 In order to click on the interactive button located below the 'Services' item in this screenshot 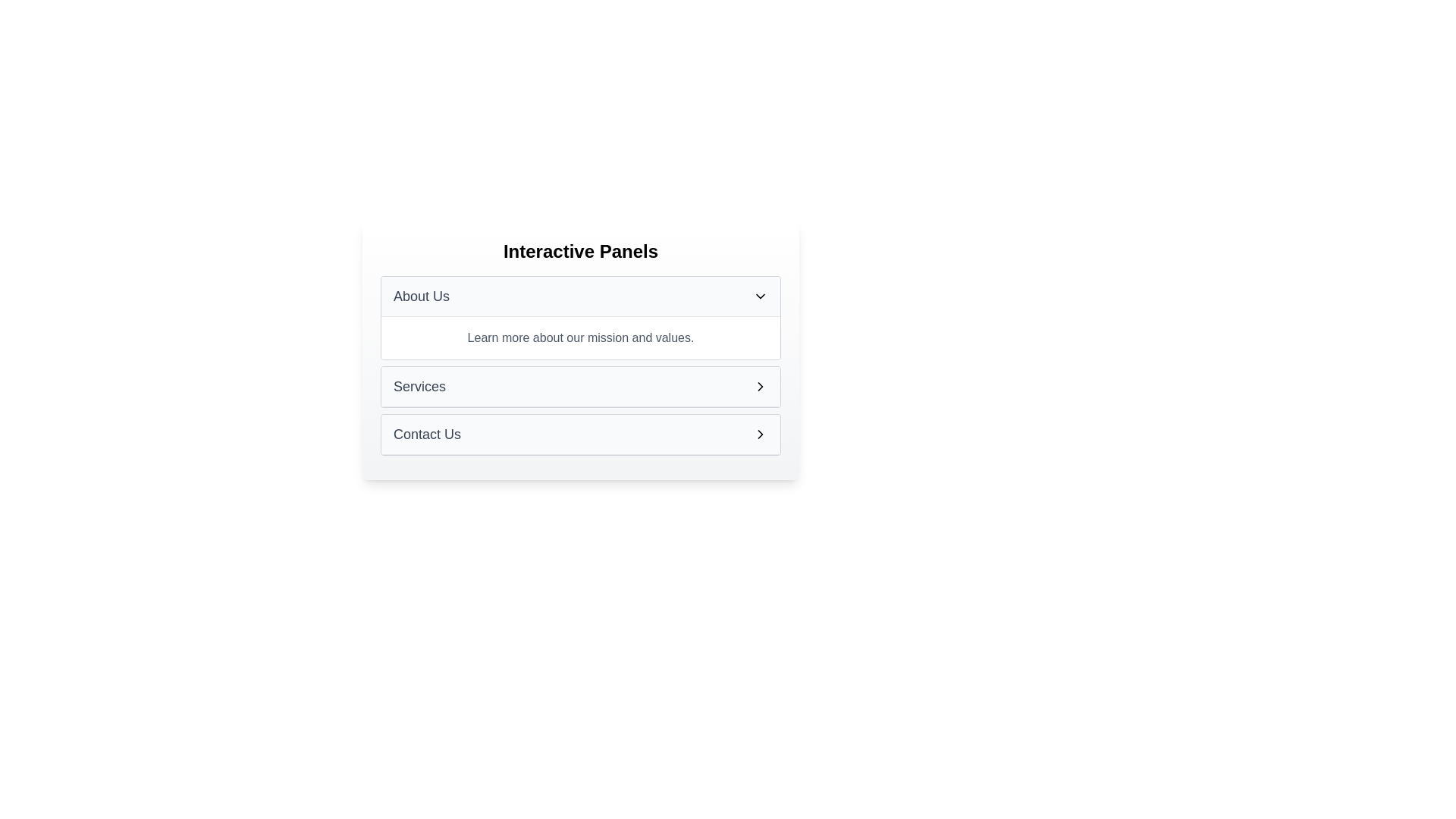, I will do `click(580, 435)`.